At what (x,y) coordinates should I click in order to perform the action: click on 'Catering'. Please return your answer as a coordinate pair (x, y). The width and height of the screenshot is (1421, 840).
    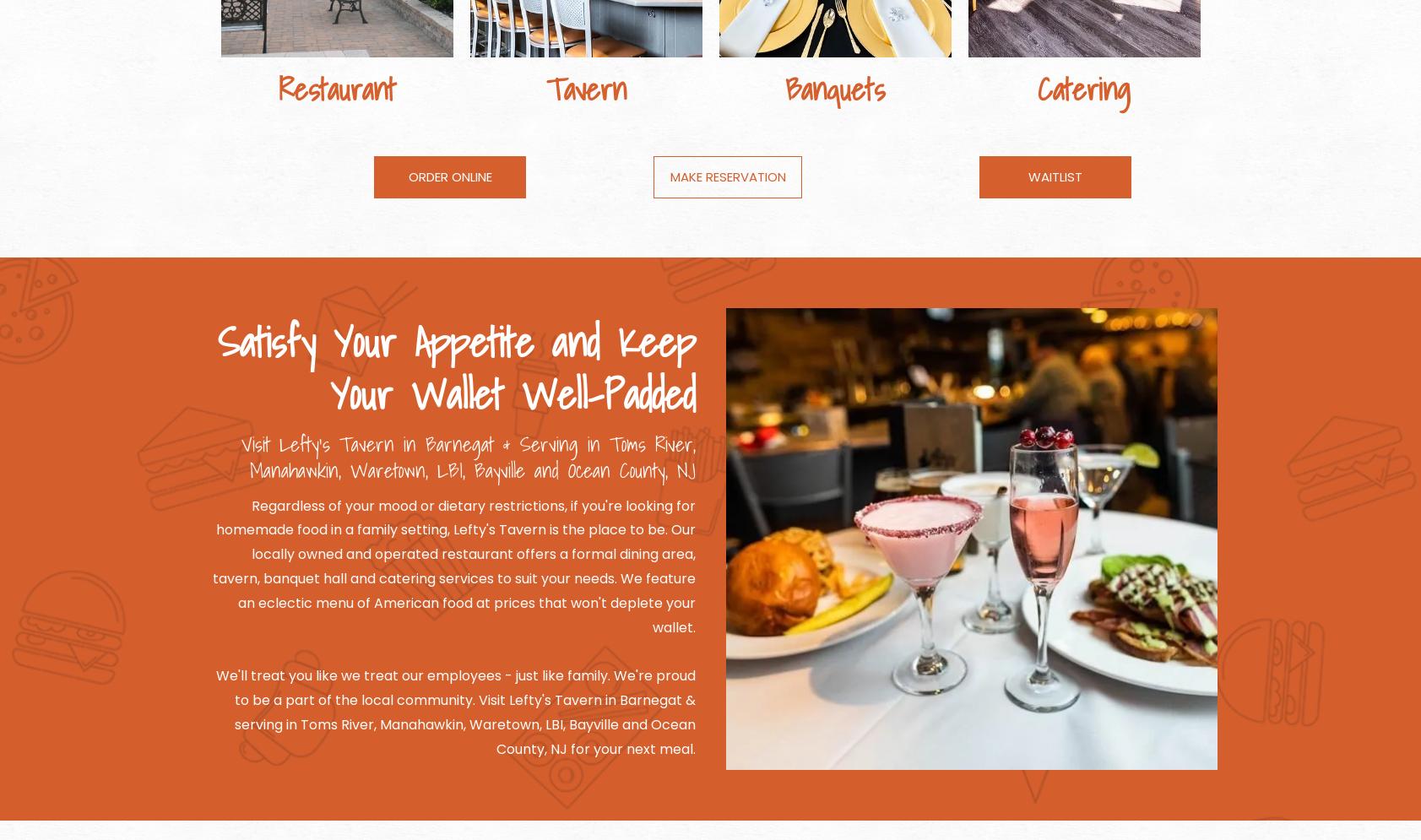
    Looking at the image, I should click on (1082, 88).